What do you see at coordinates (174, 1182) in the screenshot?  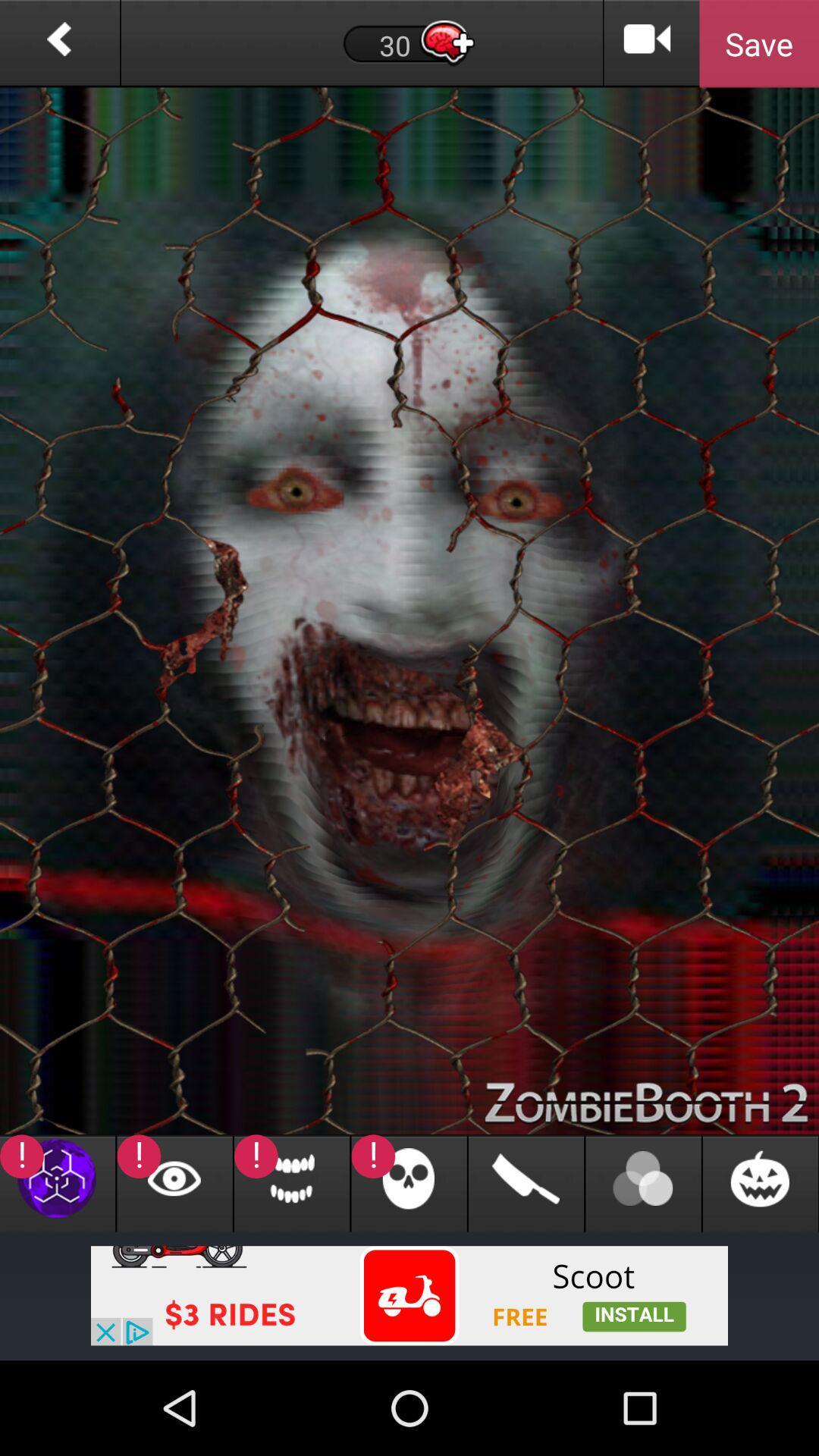 I see `visible icon` at bounding box center [174, 1182].